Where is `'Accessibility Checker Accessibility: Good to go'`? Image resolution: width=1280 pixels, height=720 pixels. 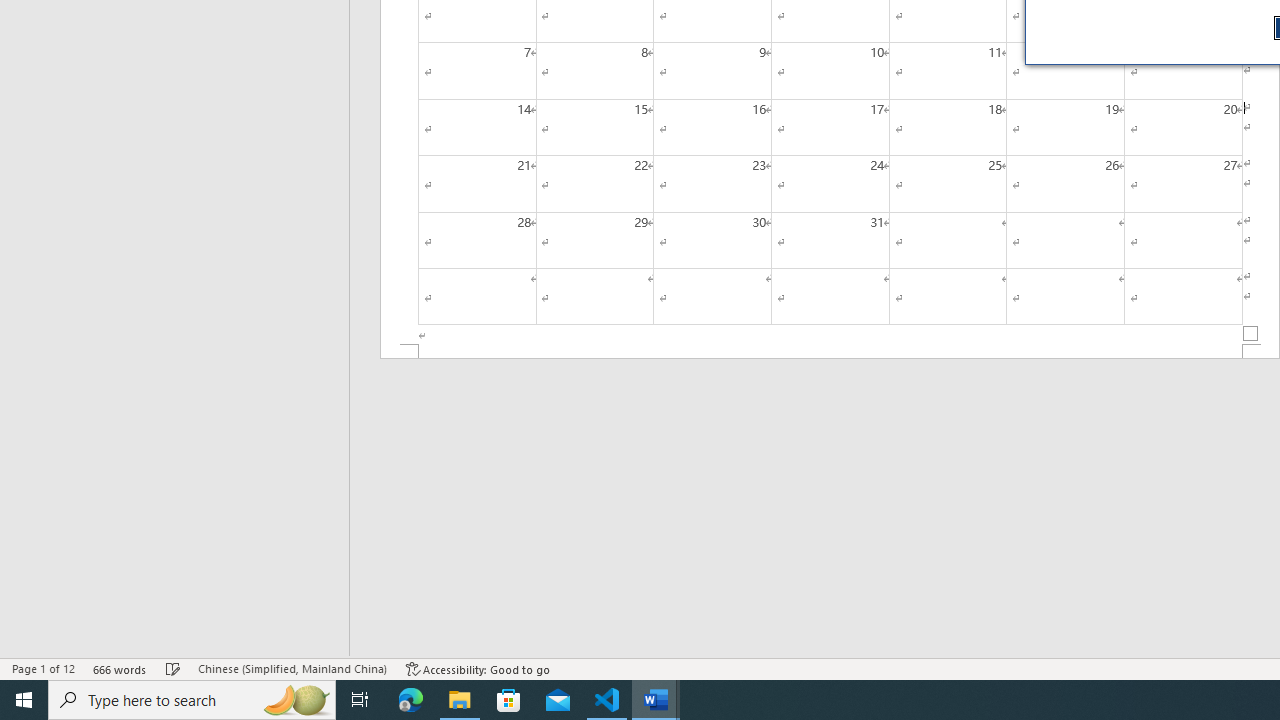
'Accessibility Checker Accessibility: Good to go' is located at coordinates (477, 669).